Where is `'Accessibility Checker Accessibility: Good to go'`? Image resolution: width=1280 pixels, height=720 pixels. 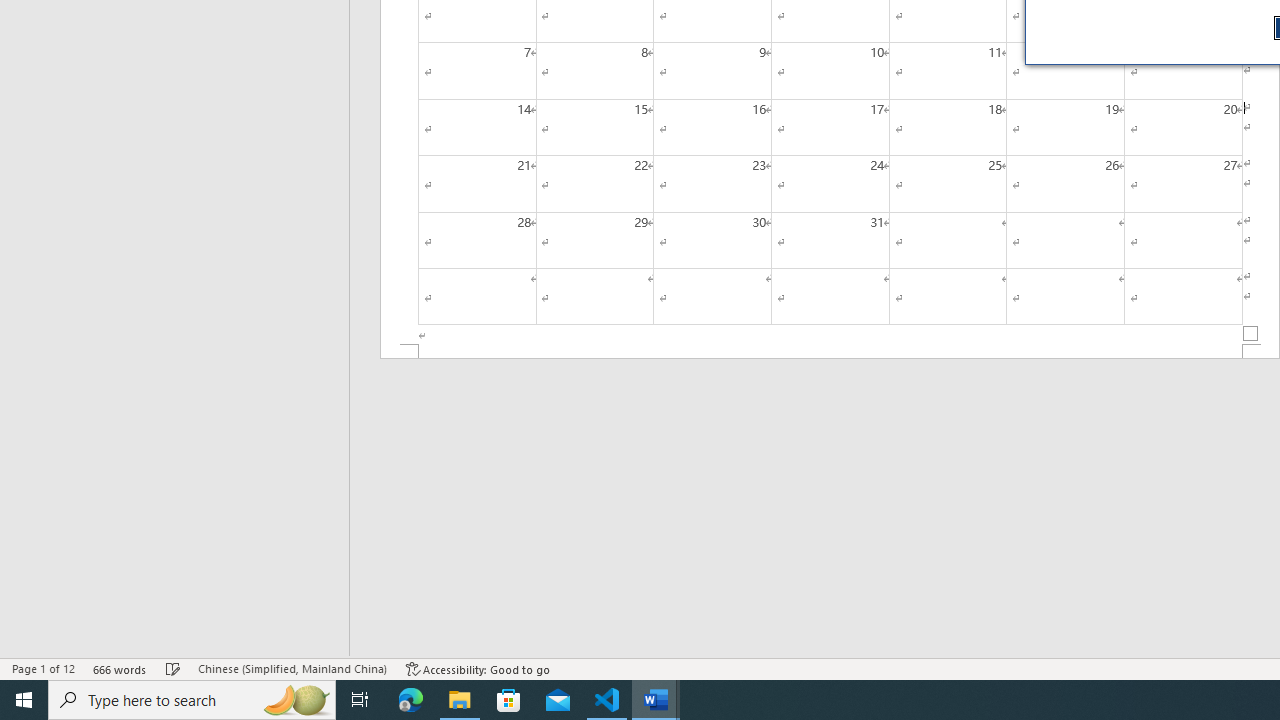
'Accessibility Checker Accessibility: Good to go' is located at coordinates (477, 669).